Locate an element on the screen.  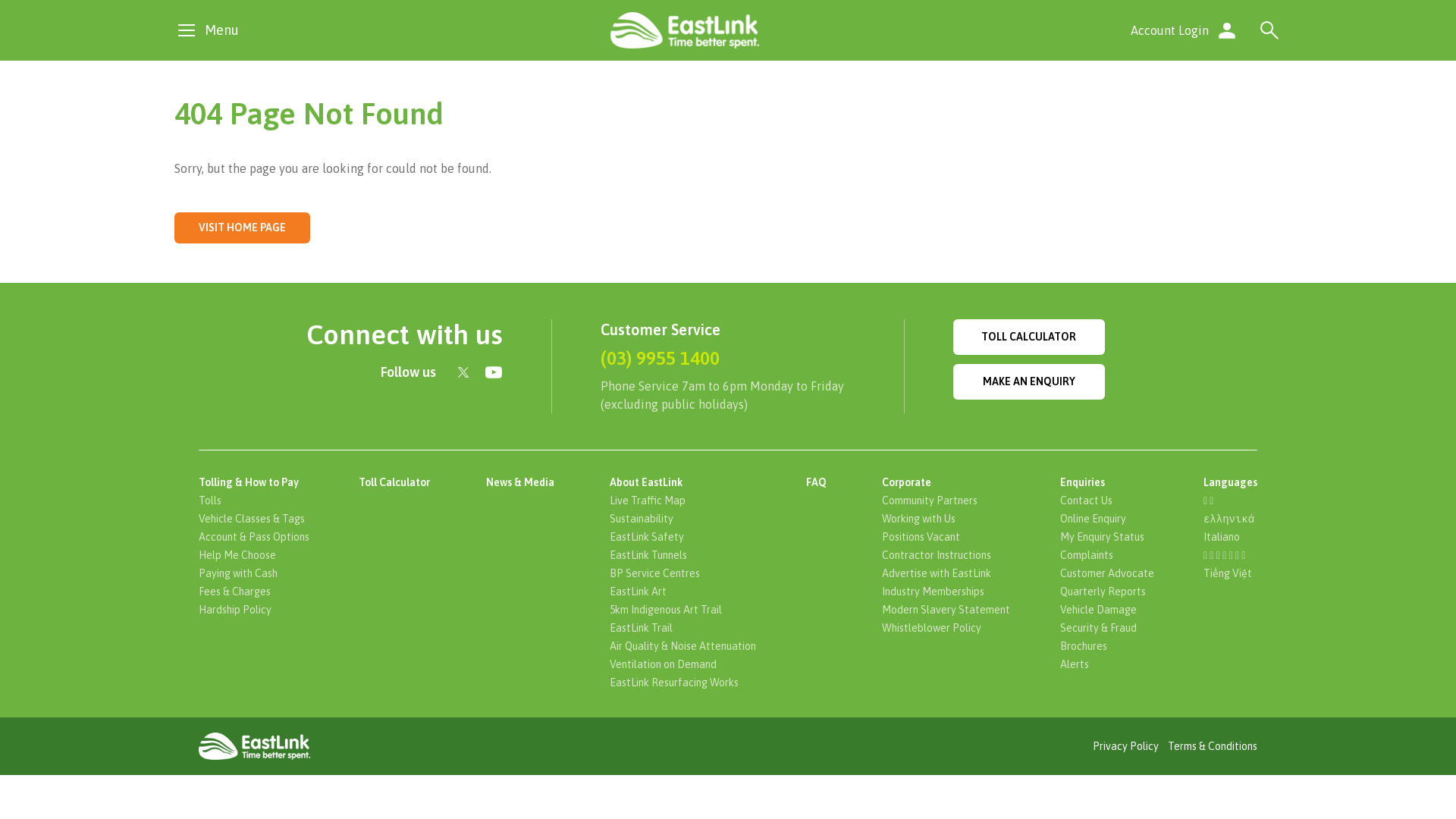
'Live Traffic Map' is located at coordinates (654, 500).